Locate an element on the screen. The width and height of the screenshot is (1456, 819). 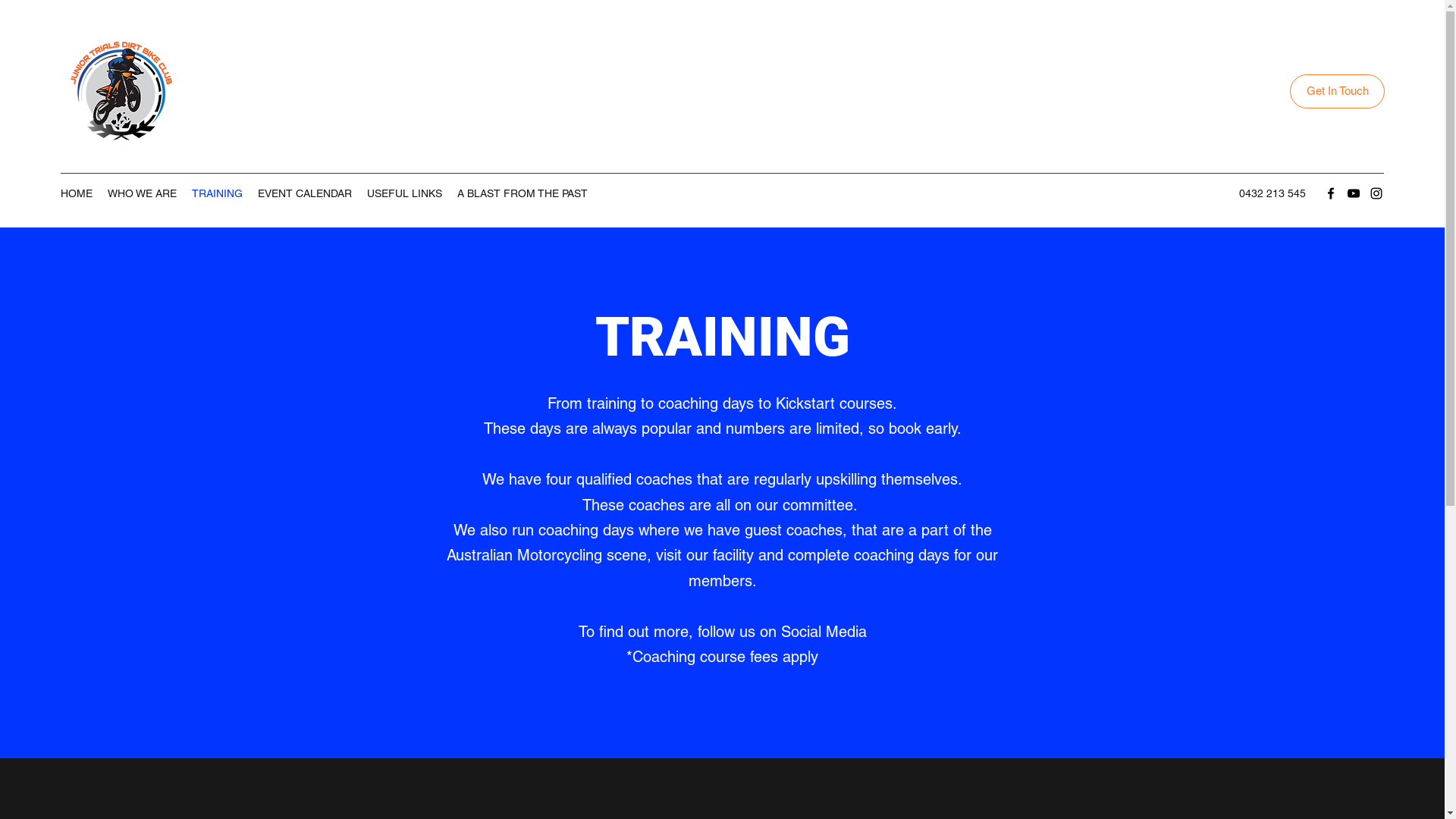
'A BLAST FROM THE PAST' is located at coordinates (522, 192).